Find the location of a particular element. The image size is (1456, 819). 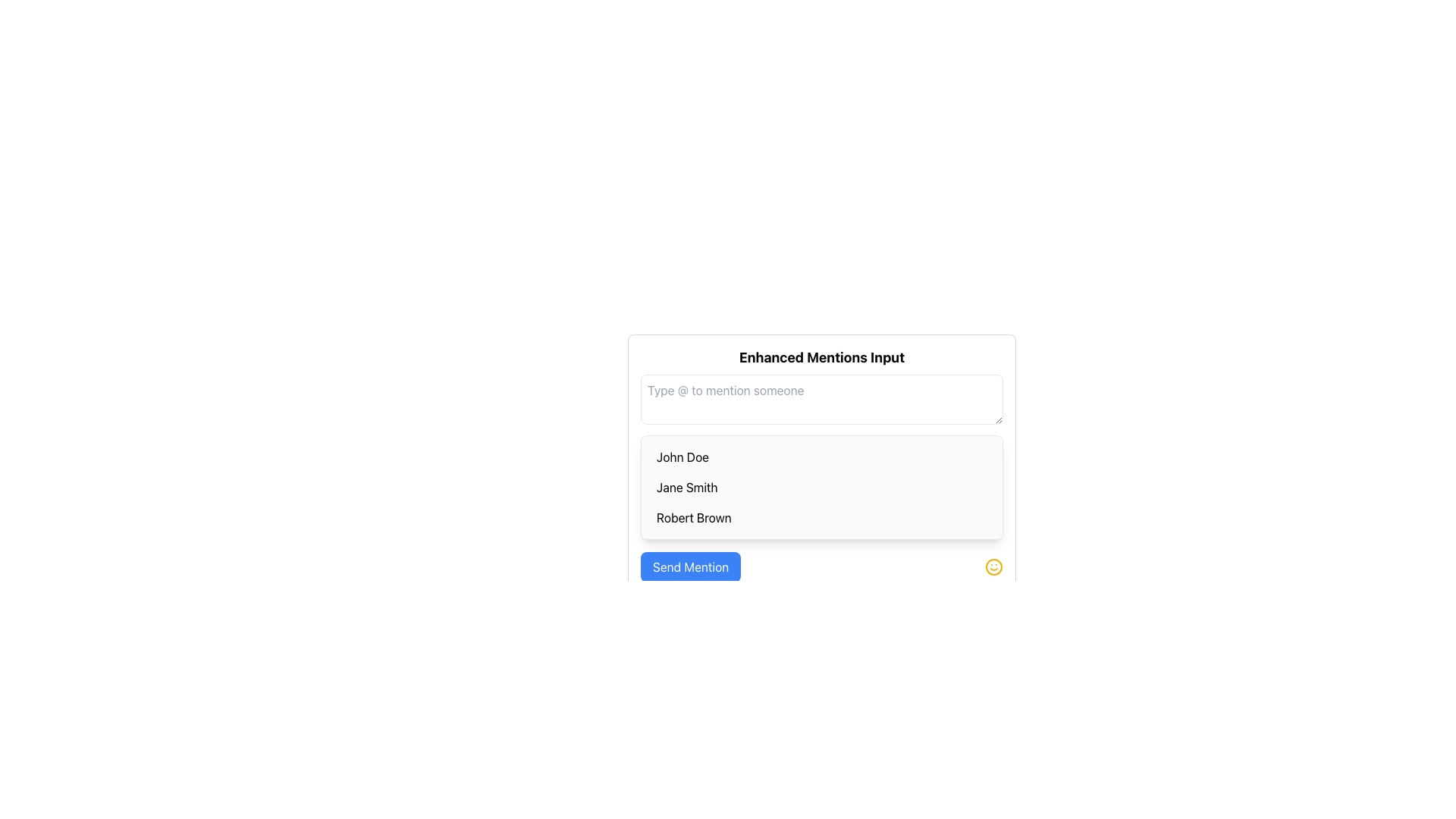

the blue rectangular button labeled 'Send Mention' to observe its hover effect is located at coordinates (690, 567).